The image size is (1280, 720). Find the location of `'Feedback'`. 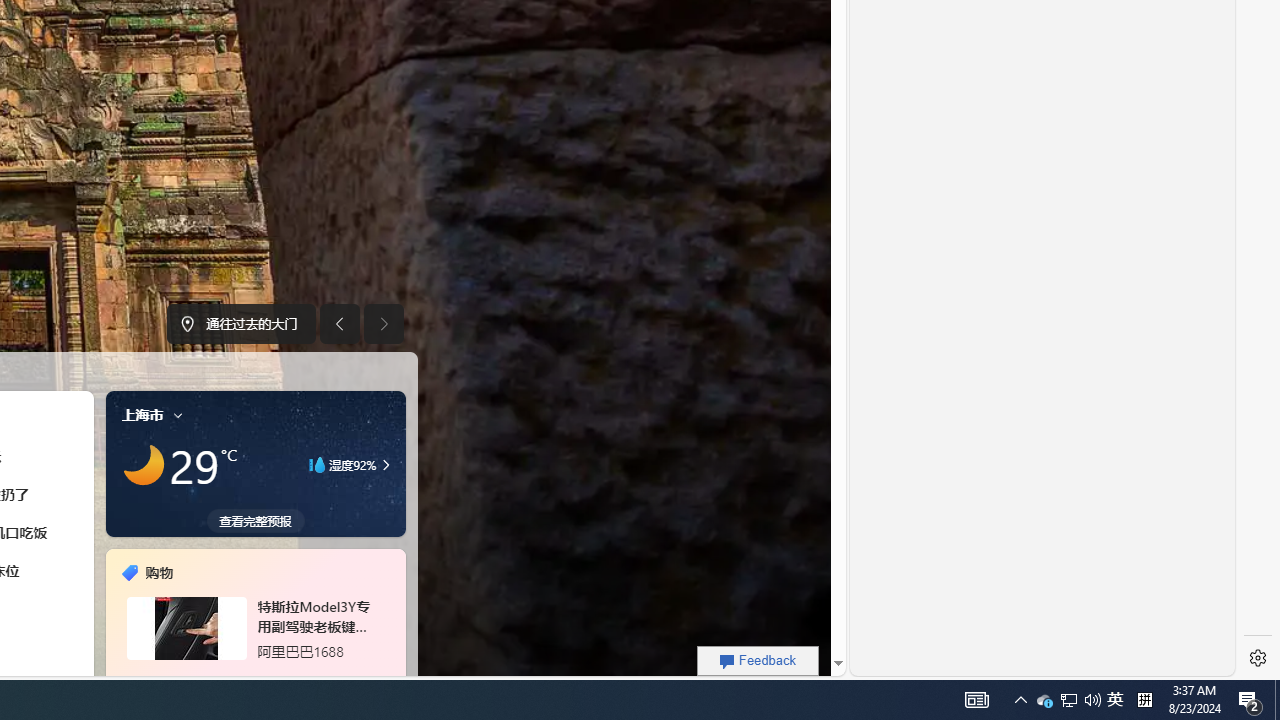

'Feedback' is located at coordinates (757, 660).